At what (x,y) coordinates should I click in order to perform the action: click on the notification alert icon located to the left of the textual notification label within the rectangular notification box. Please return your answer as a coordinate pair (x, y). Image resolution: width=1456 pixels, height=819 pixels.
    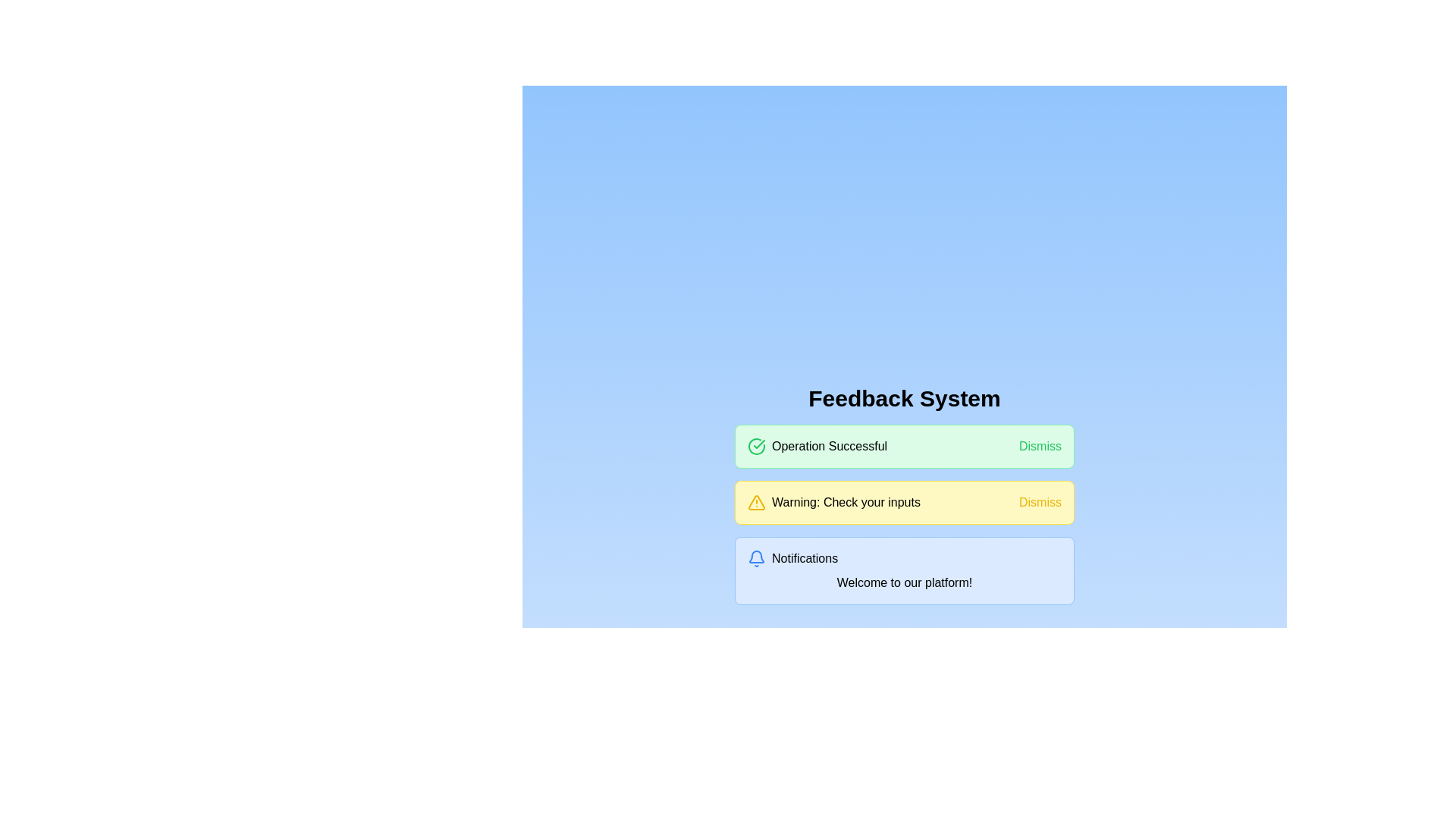
    Looking at the image, I should click on (757, 557).